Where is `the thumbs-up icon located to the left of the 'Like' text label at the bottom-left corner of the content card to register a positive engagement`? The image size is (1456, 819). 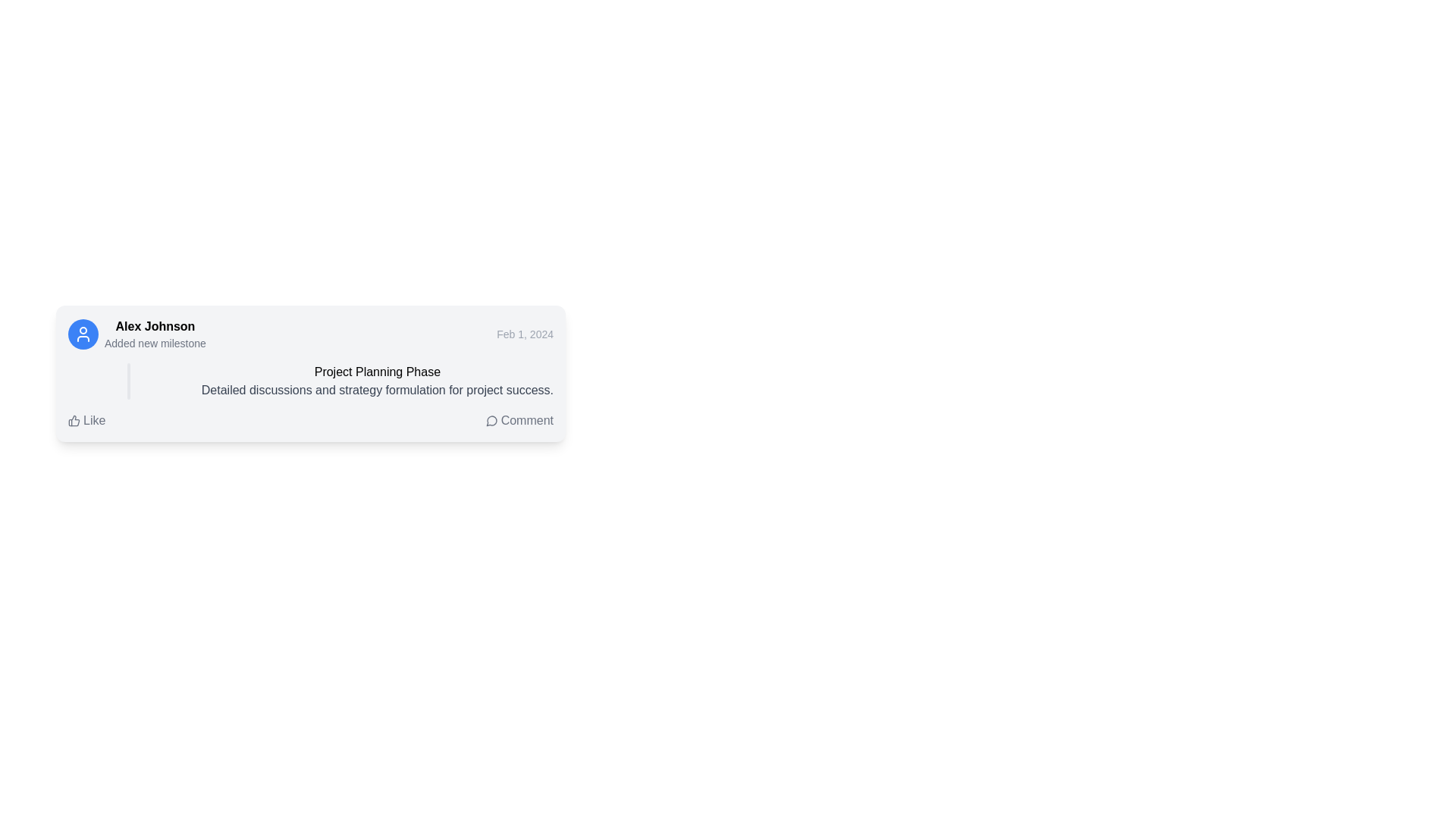
the thumbs-up icon located to the left of the 'Like' text label at the bottom-left corner of the content card to register a positive engagement is located at coordinates (73, 421).